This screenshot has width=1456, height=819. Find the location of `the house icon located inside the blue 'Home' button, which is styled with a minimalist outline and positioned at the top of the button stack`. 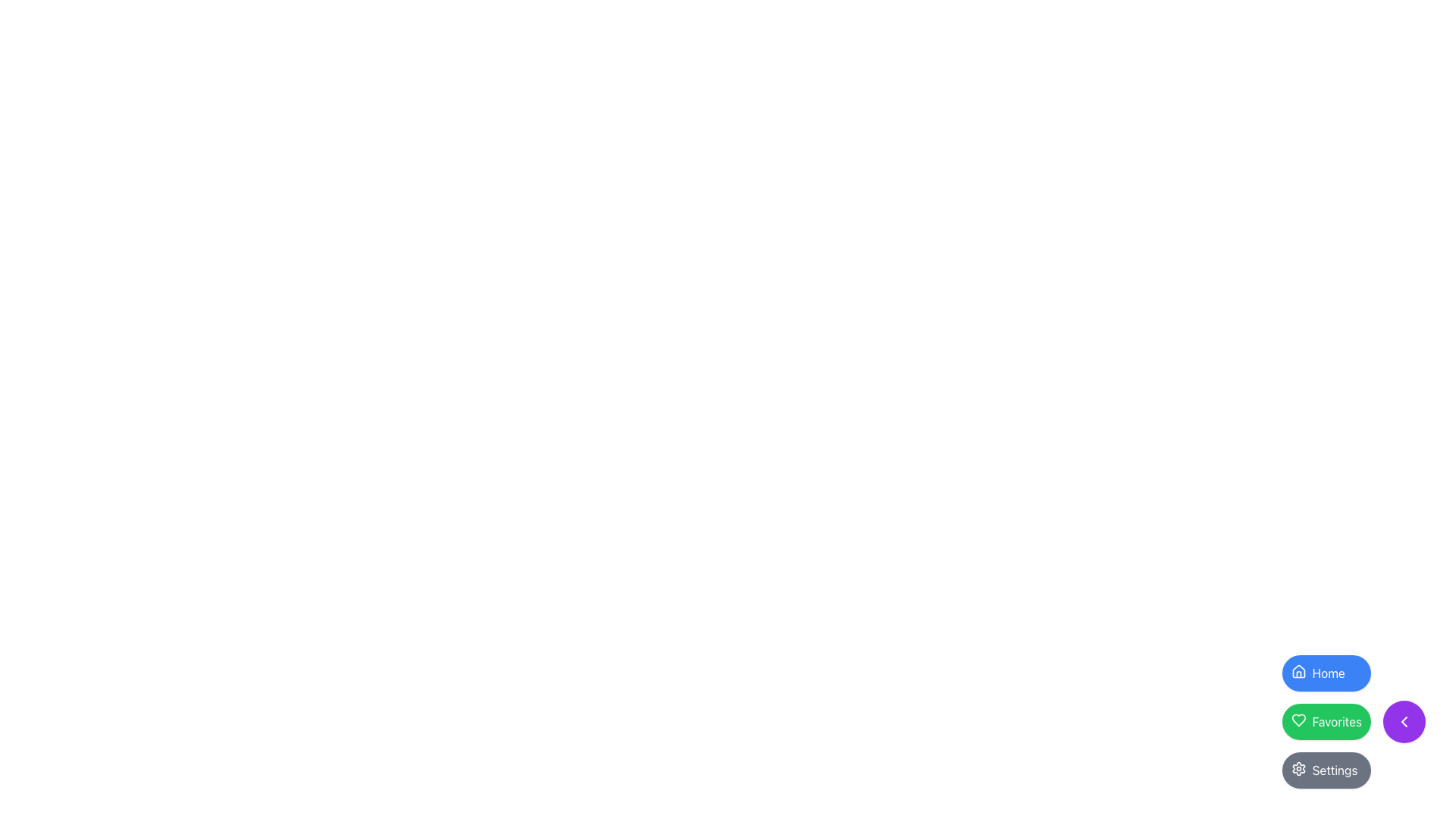

the house icon located inside the blue 'Home' button, which is styled with a minimalist outline and positioned at the top of the button stack is located at coordinates (1298, 671).